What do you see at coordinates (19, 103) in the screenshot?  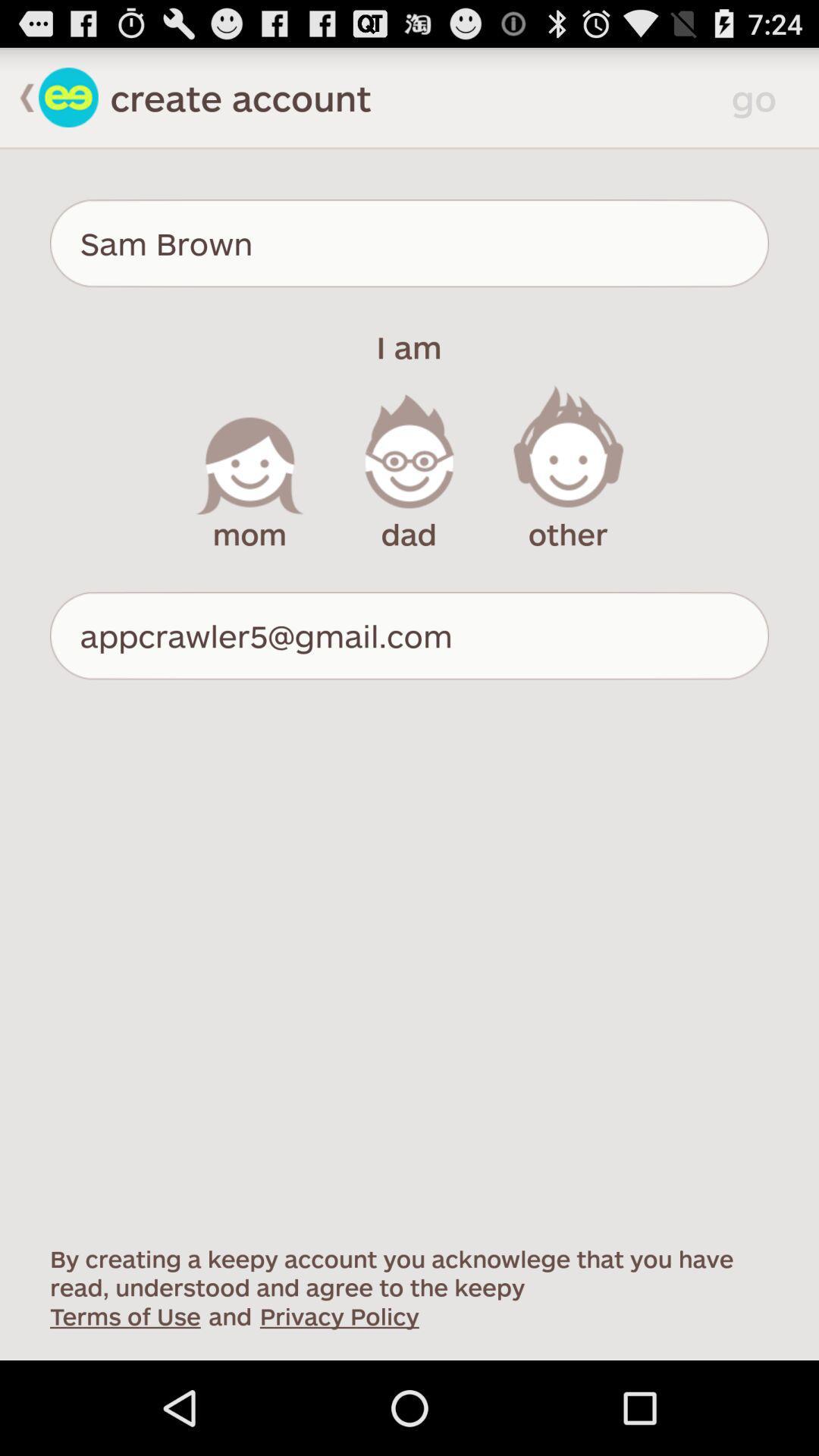 I see `the arrow_backward icon` at bounding box center [19, 103].